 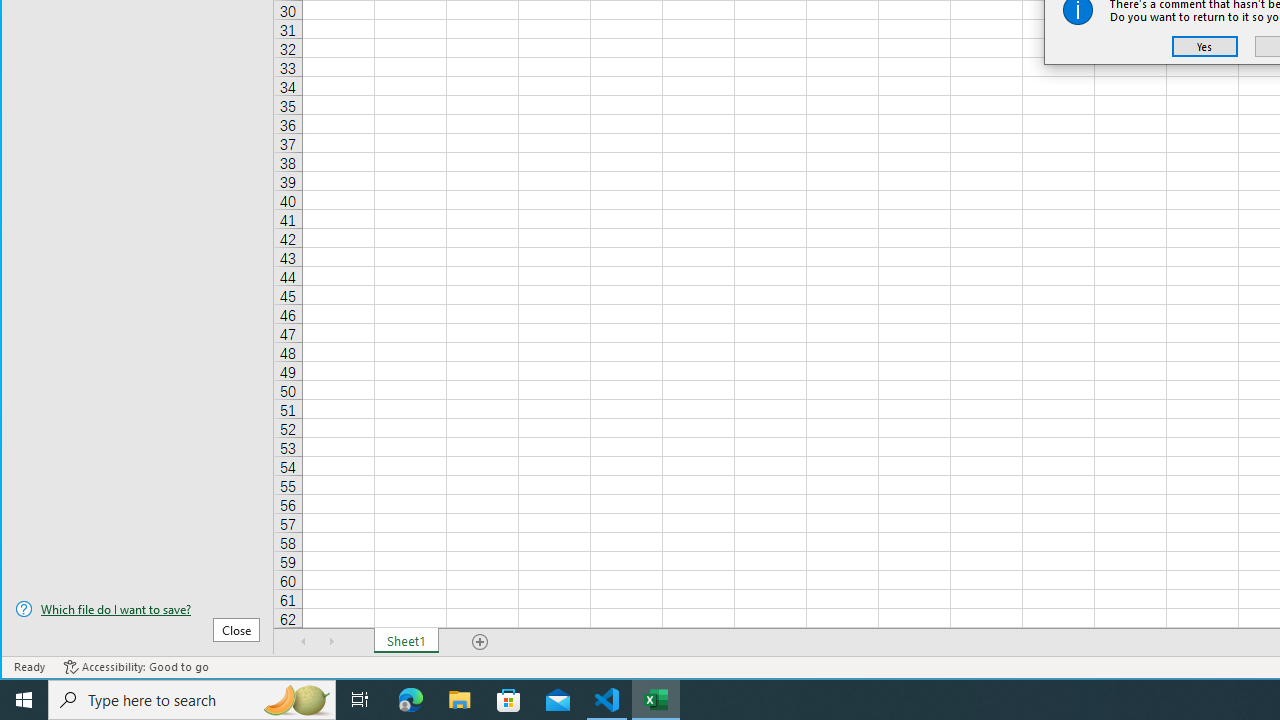 I want to click on 'Excel - 1 running window', so click(x=656, y=698).